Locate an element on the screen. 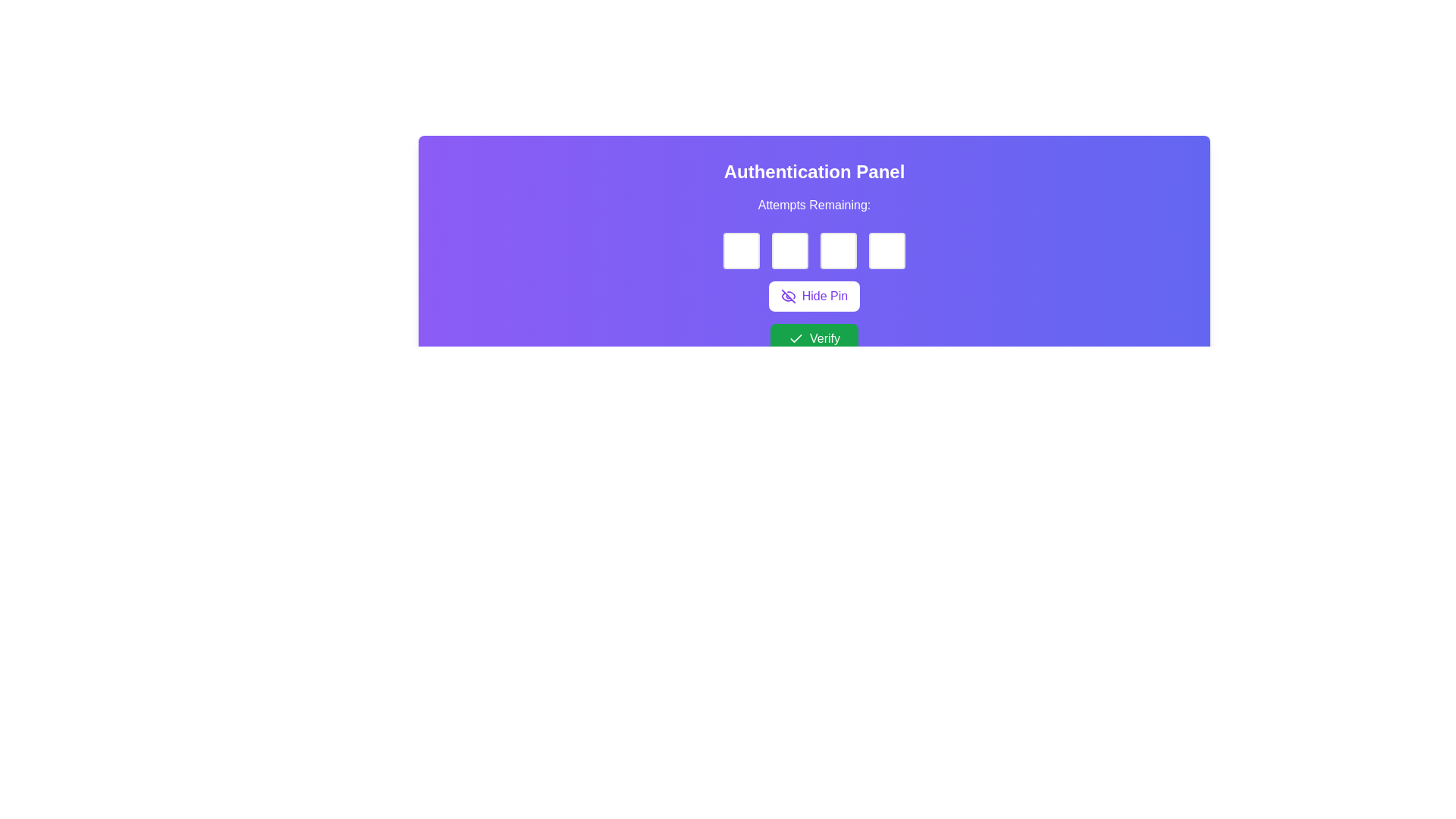 This screenshot has height=819, width=1456. the static text label that indicates the remaining attempts for the associated action, located directly beneath the 'Authentication Panel' heading is located at coordinates (814, 205).